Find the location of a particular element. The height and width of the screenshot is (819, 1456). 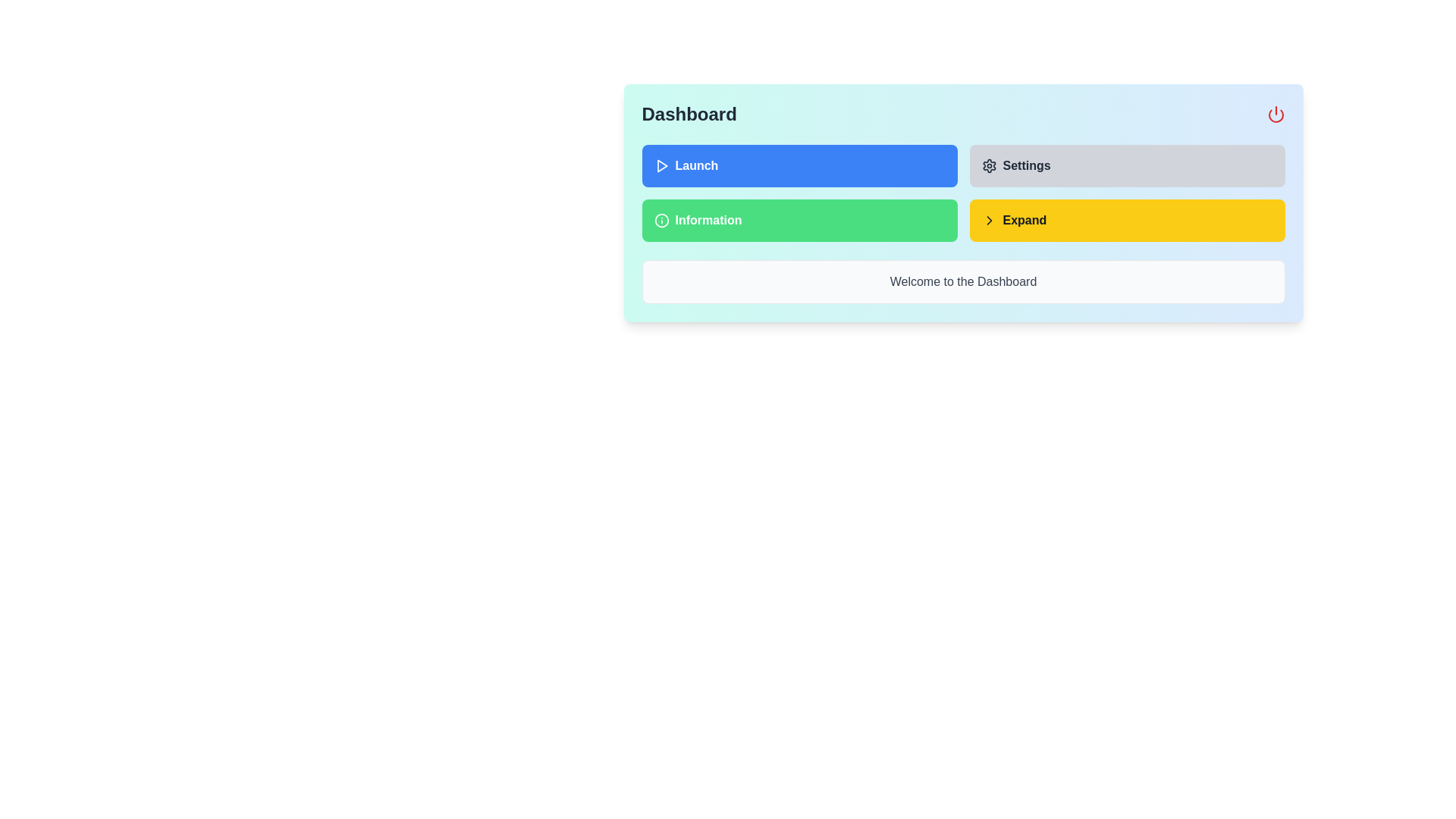

the text label displaying 'Dashboard' in bold, large-sized sans-serif font, located at the top-left corner of the header section is located at coordinates (689, 113).